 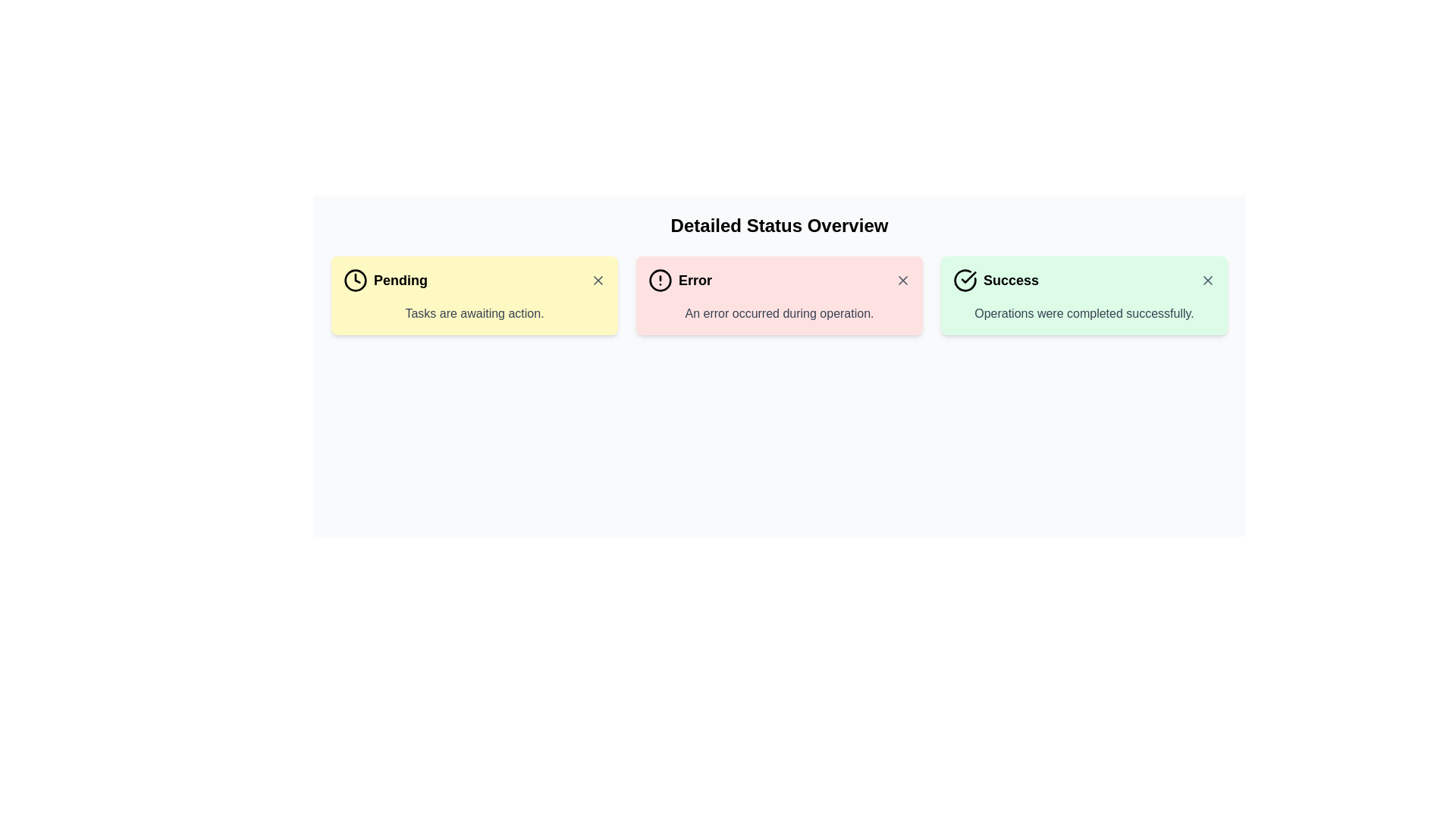 What do you see at coordinates (597, 281) in the screenshot?
I see `the close button located in the top-right corner of the 'Pending' card` at bounding box center [597, 281].